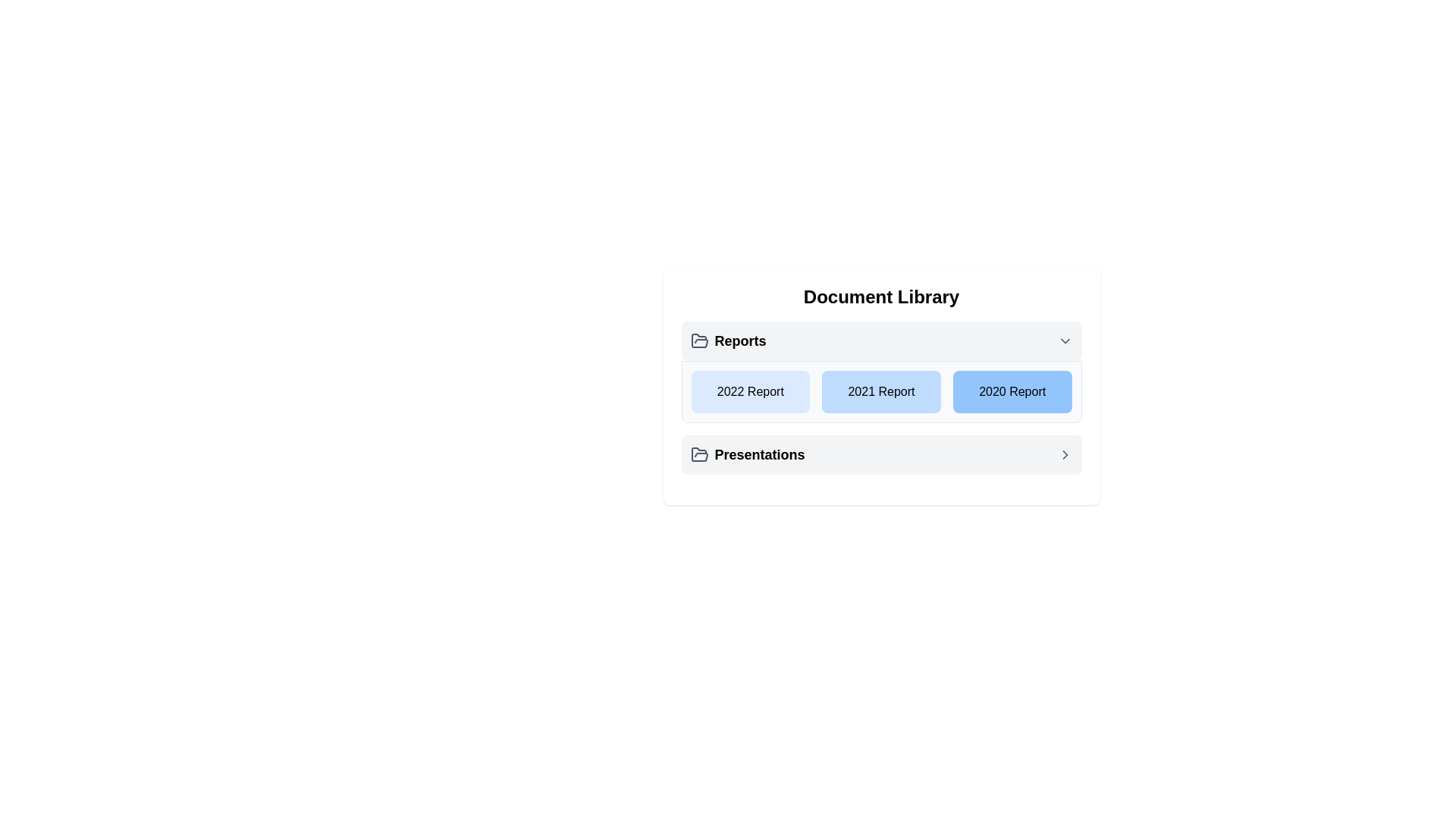 The image size is (1456, 819). What do you see at coordinates (760, 454) in the screenshot?
I see `the text label reading 'Presentations', which is styled in black font and located below the 'Reports' section, positioned to the right of a folder icon in the 'Items' section` at bounding box center [760, 454].